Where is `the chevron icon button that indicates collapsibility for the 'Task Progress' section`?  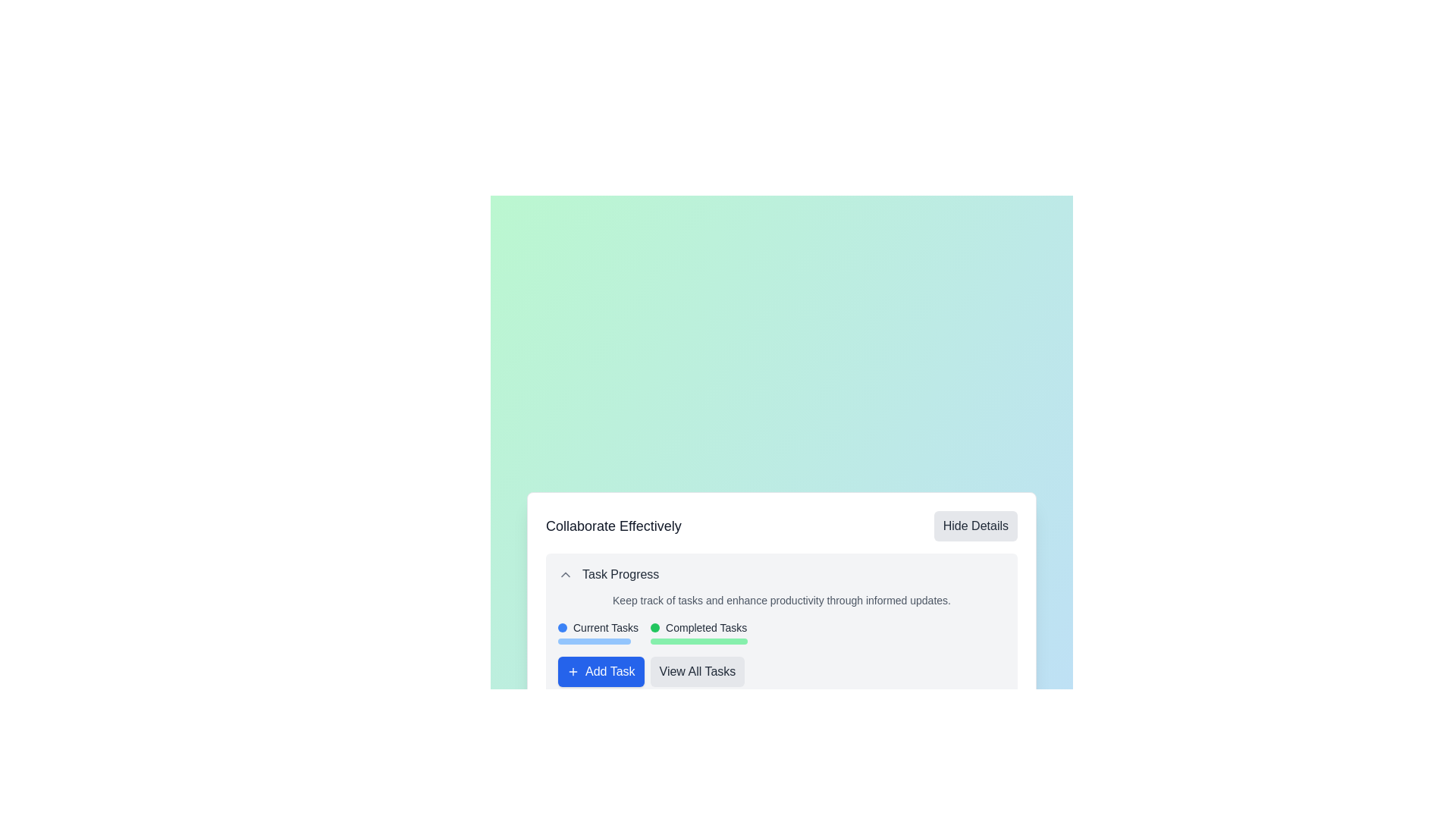
the chevron icon button that indicates collapsibility for the 'Task Progress' section is located at coordinates (564, 575).